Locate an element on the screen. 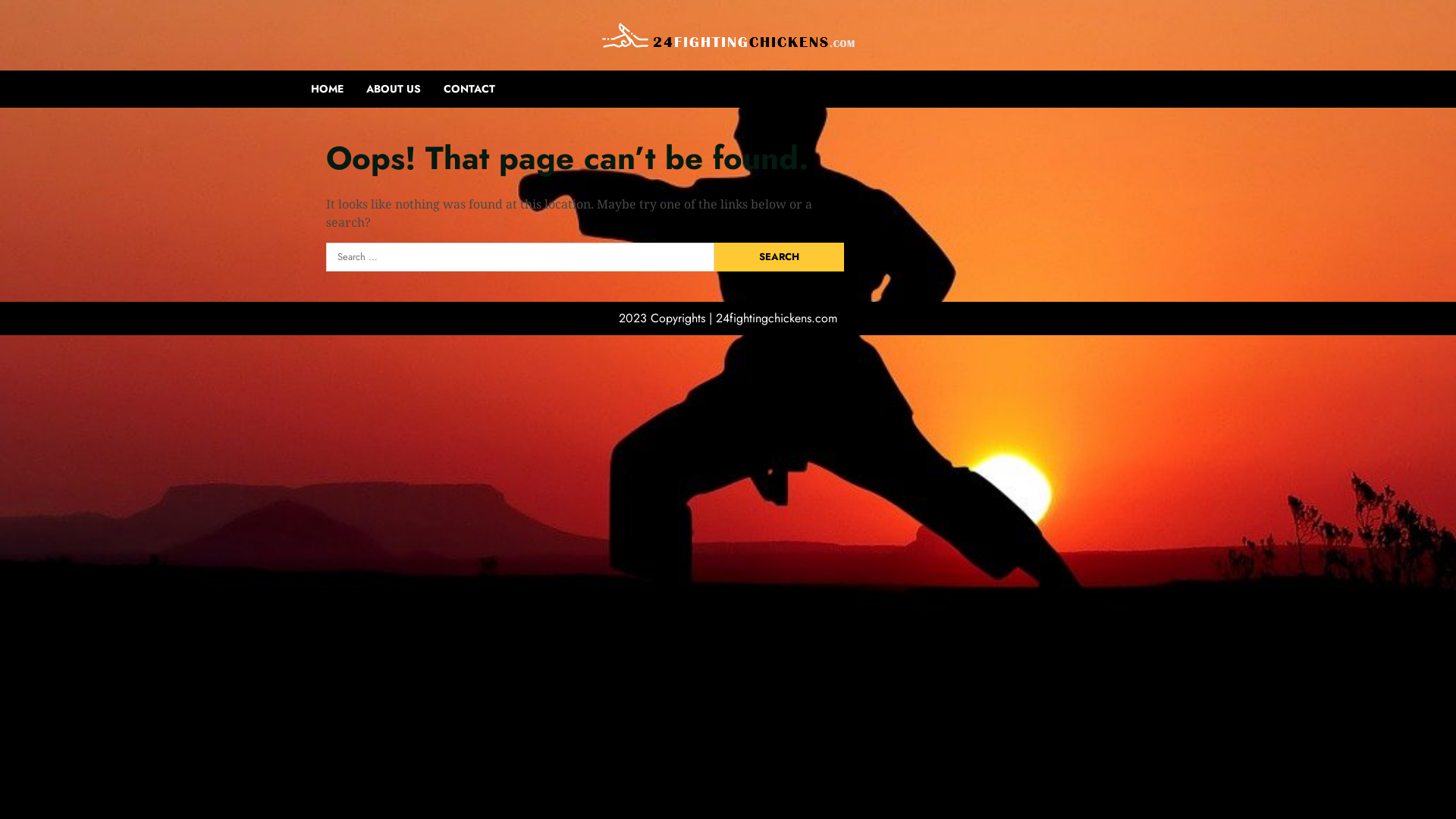 Image resolution: width=1456 pixels, height=819 pixels. 'Search' is located at coordinates (713, 256).